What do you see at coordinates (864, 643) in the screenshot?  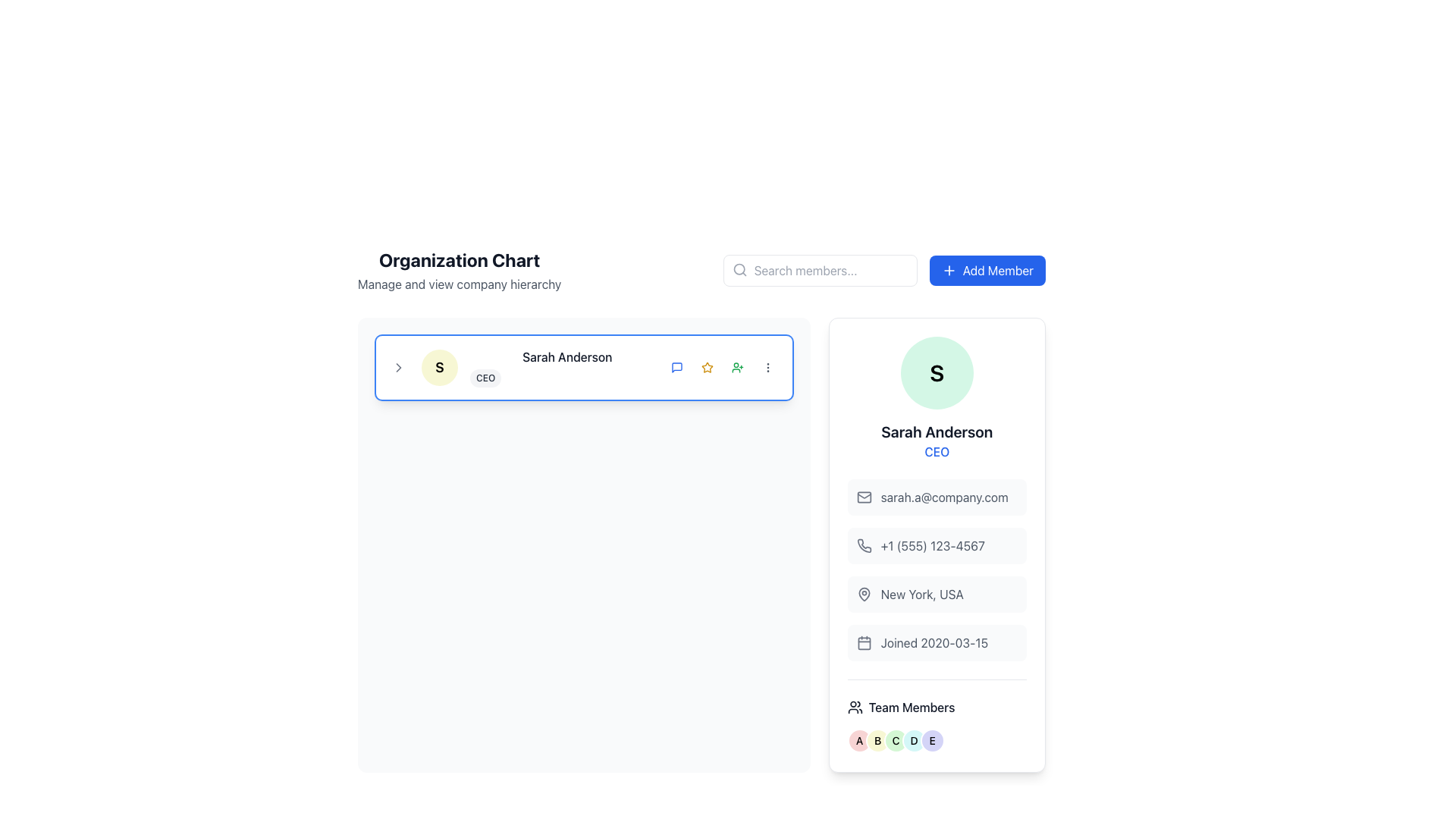 I see `the small calendar icon with a gray outline located to the left of the text 'Joined 2020-03-15'` at bounding box center [864, 643].